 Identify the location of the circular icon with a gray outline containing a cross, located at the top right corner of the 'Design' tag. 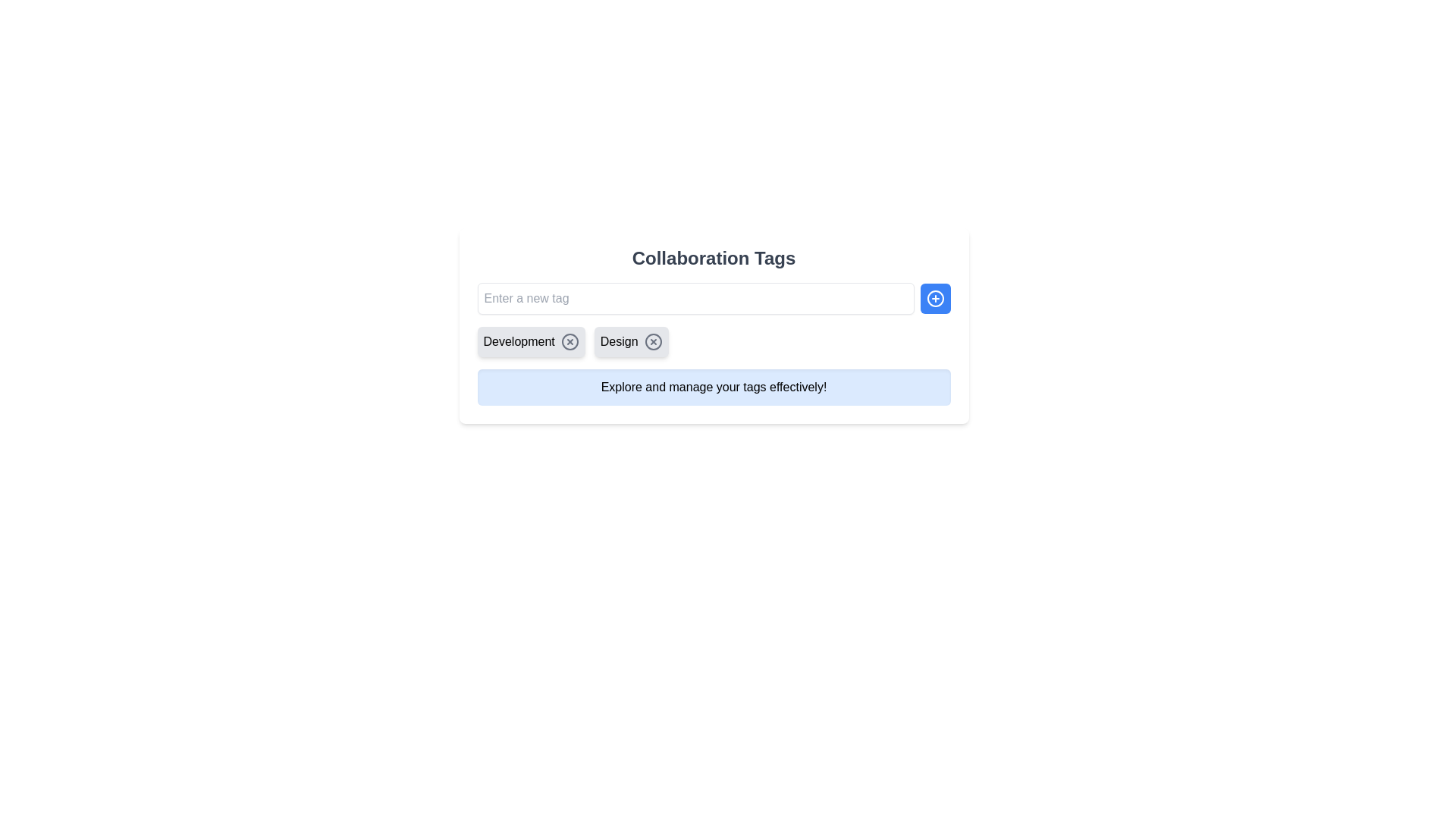
(653, 342).